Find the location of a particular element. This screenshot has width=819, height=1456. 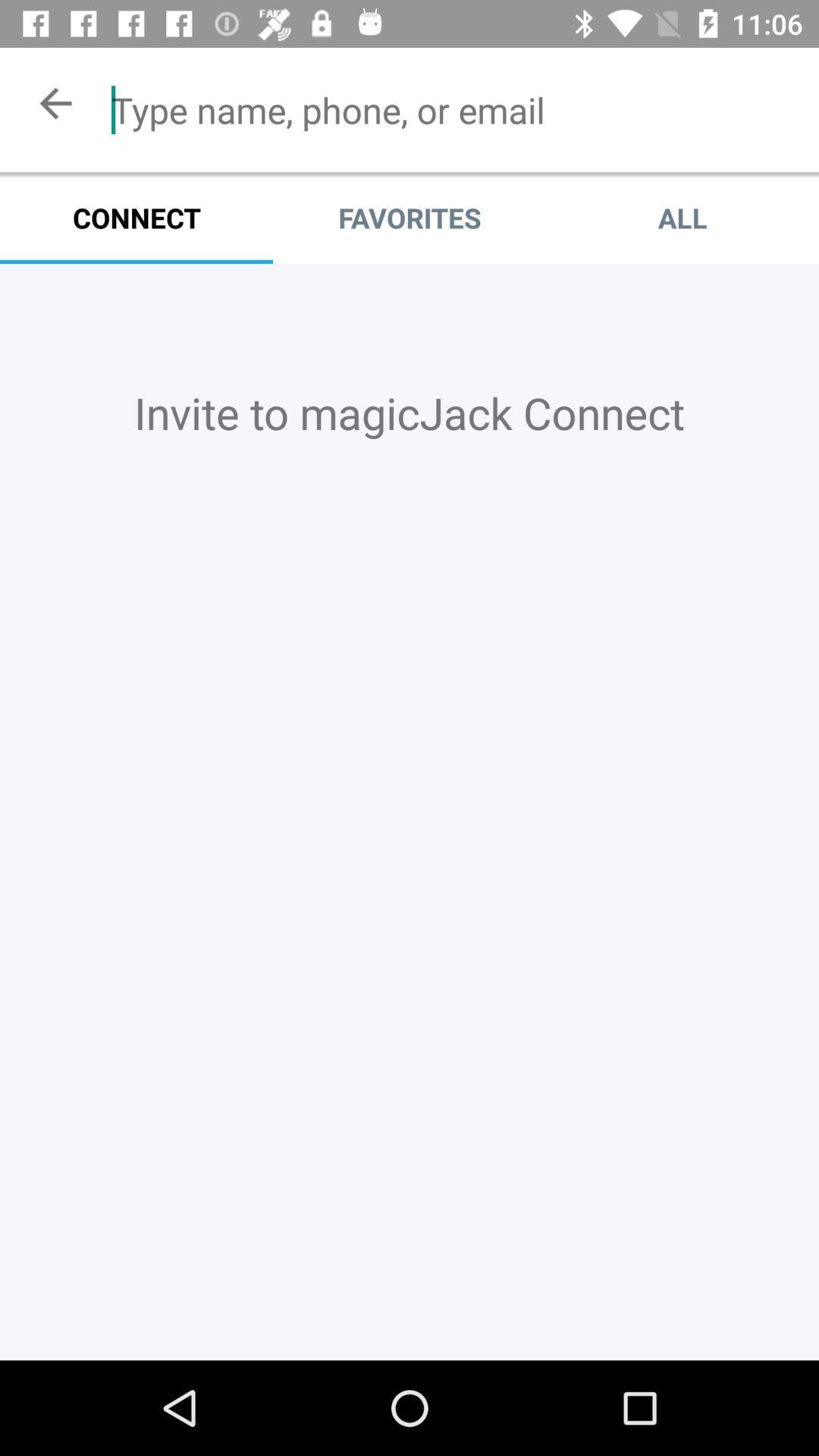

item to the left of the all item is located at coordinates (409, 217).